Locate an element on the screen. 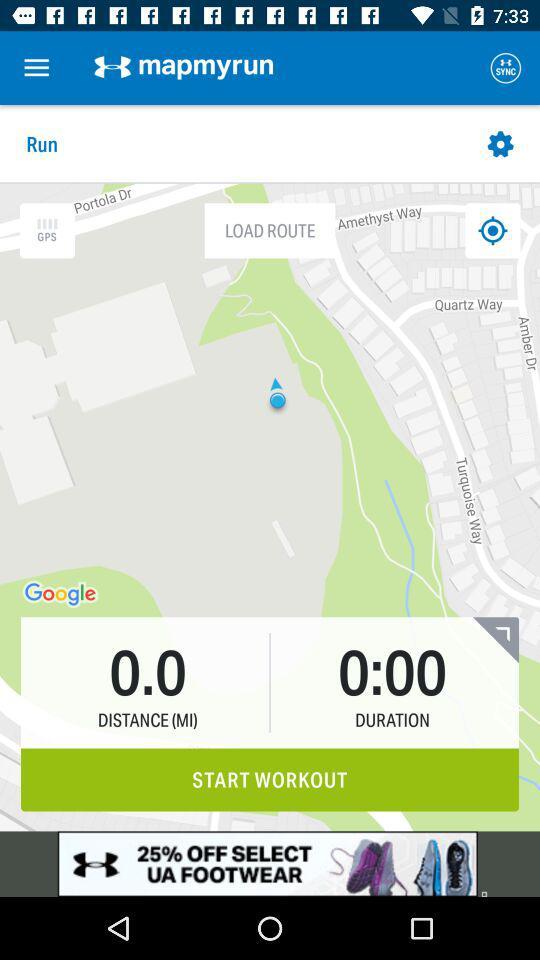 The height and width of the screenshot is (960, 540). zoom in location is located at coordinates (47, 230).